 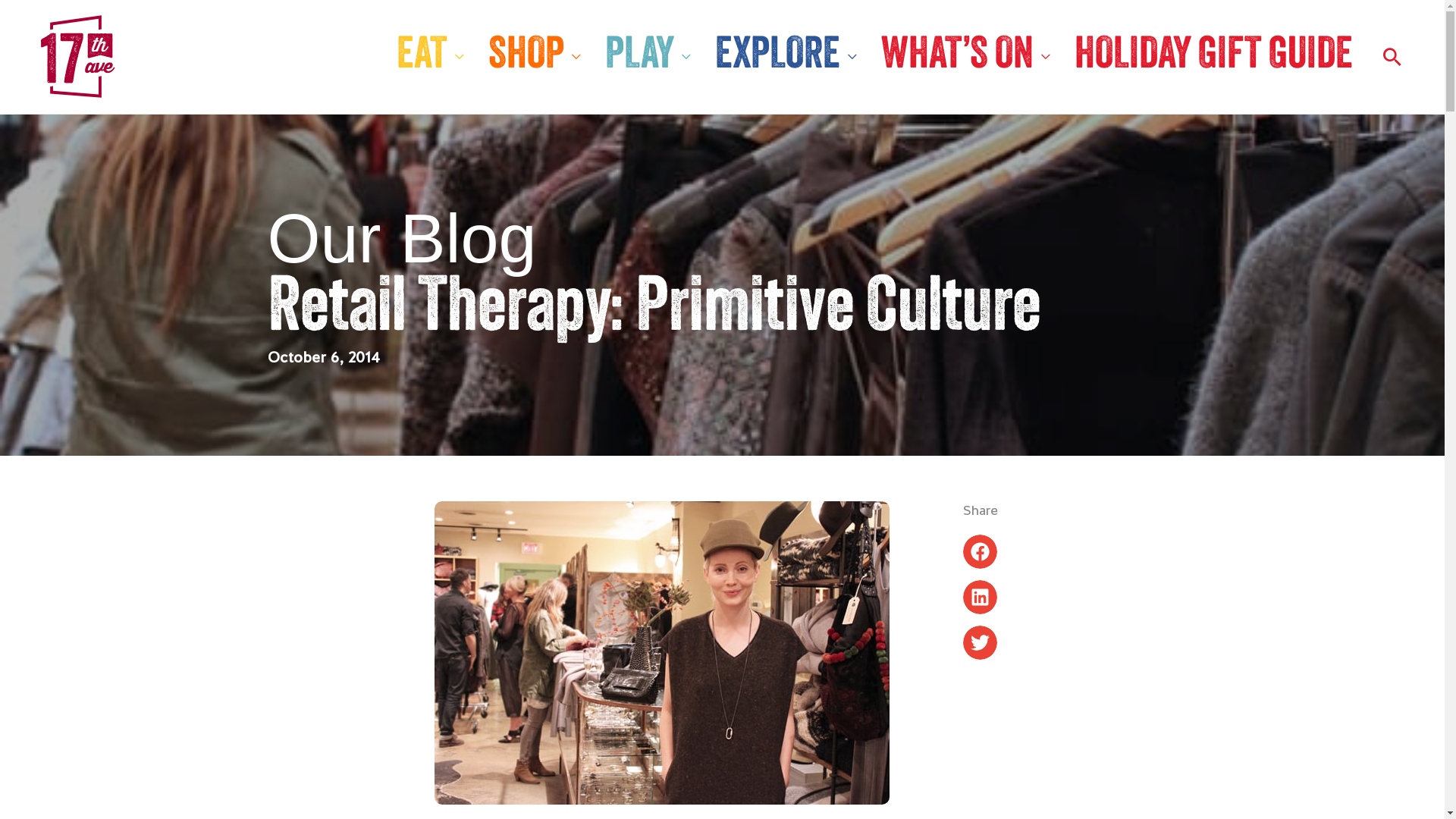 I want to click on 'EXPLORE', so click(x=786, y=55).